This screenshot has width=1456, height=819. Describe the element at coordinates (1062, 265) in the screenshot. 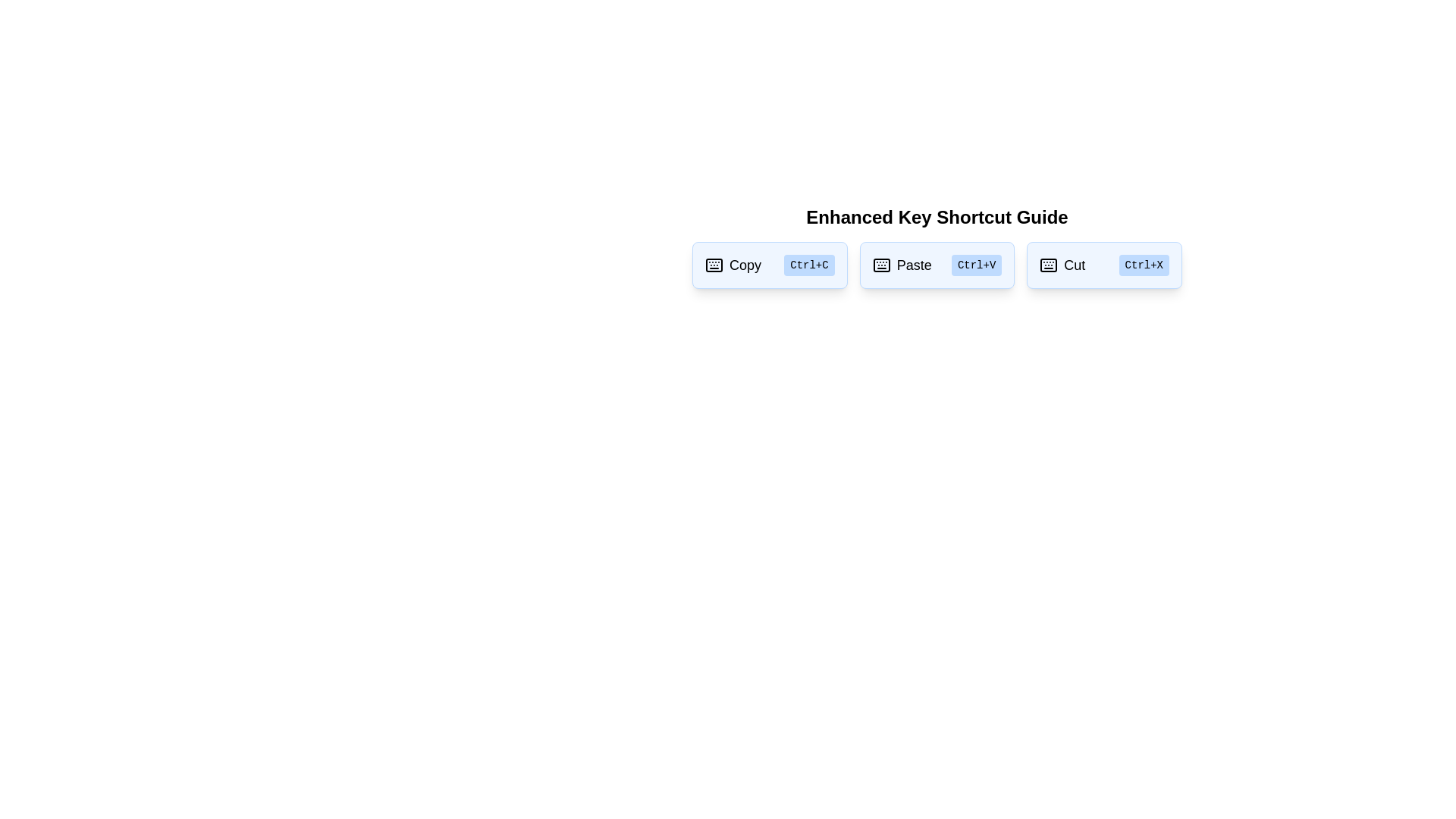

I see `the 'Cut' interactive label with an icon and text, which indicates the 'Ctrl+X' keyboard shortcut` at that location.